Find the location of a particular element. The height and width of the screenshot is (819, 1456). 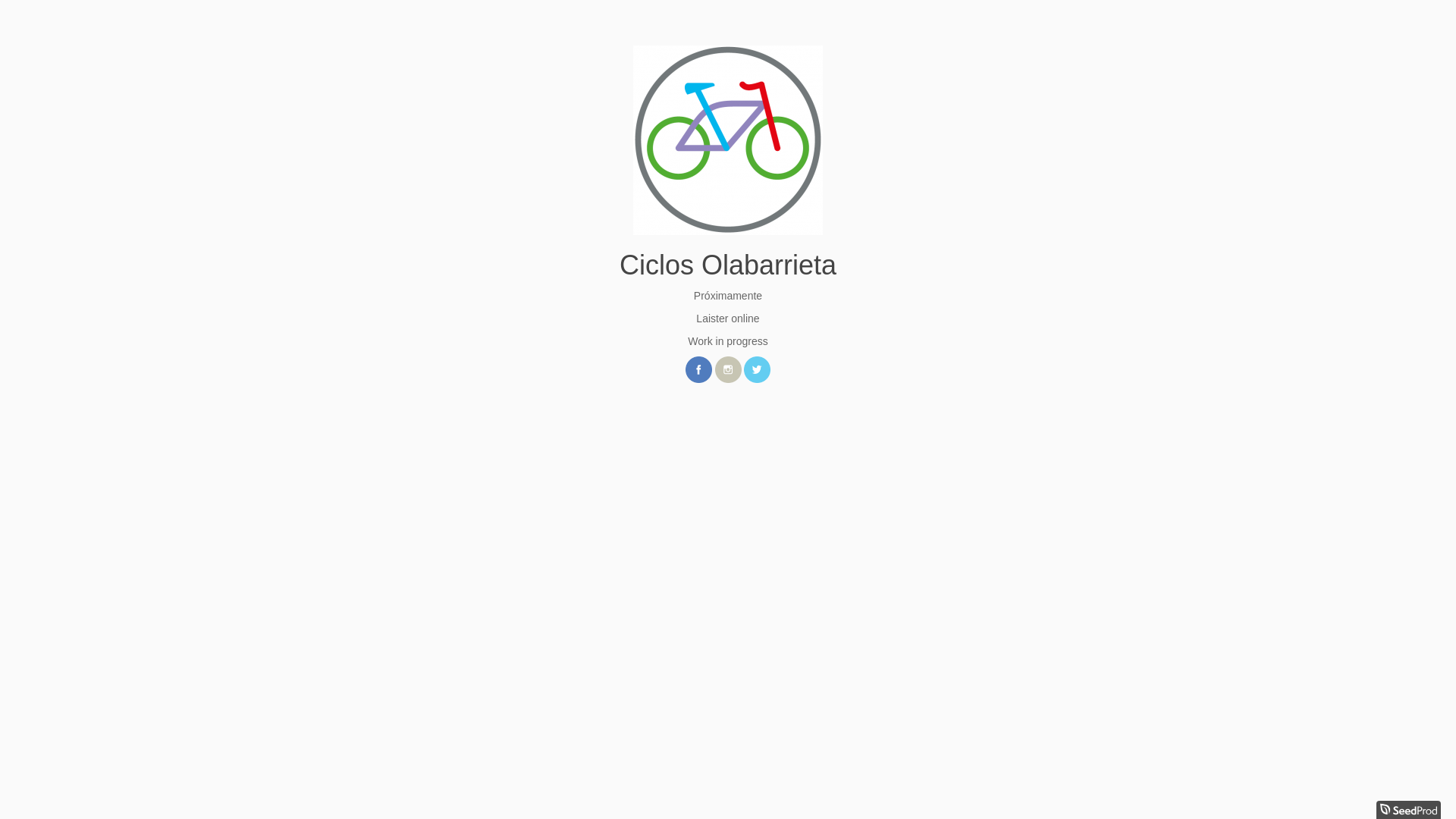

'Instagram' is located at coordinates (726, 369).